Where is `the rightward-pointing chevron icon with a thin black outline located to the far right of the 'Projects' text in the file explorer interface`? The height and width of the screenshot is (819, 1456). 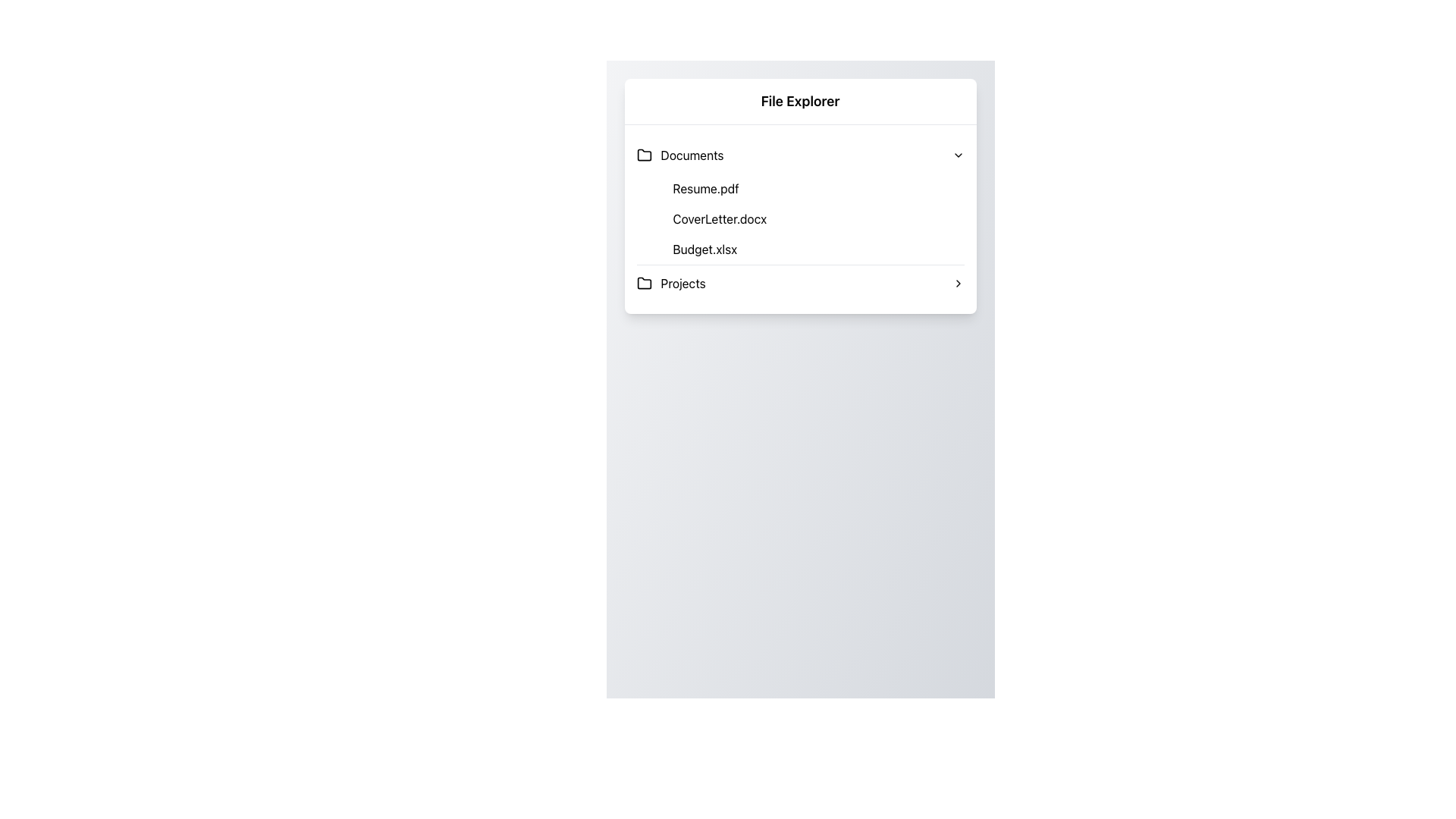
the rightward-pointing chevron icon with a thin black outline located to the far right of the 'Projects' text in the file explorer interface is located at coordinates (957, 284).